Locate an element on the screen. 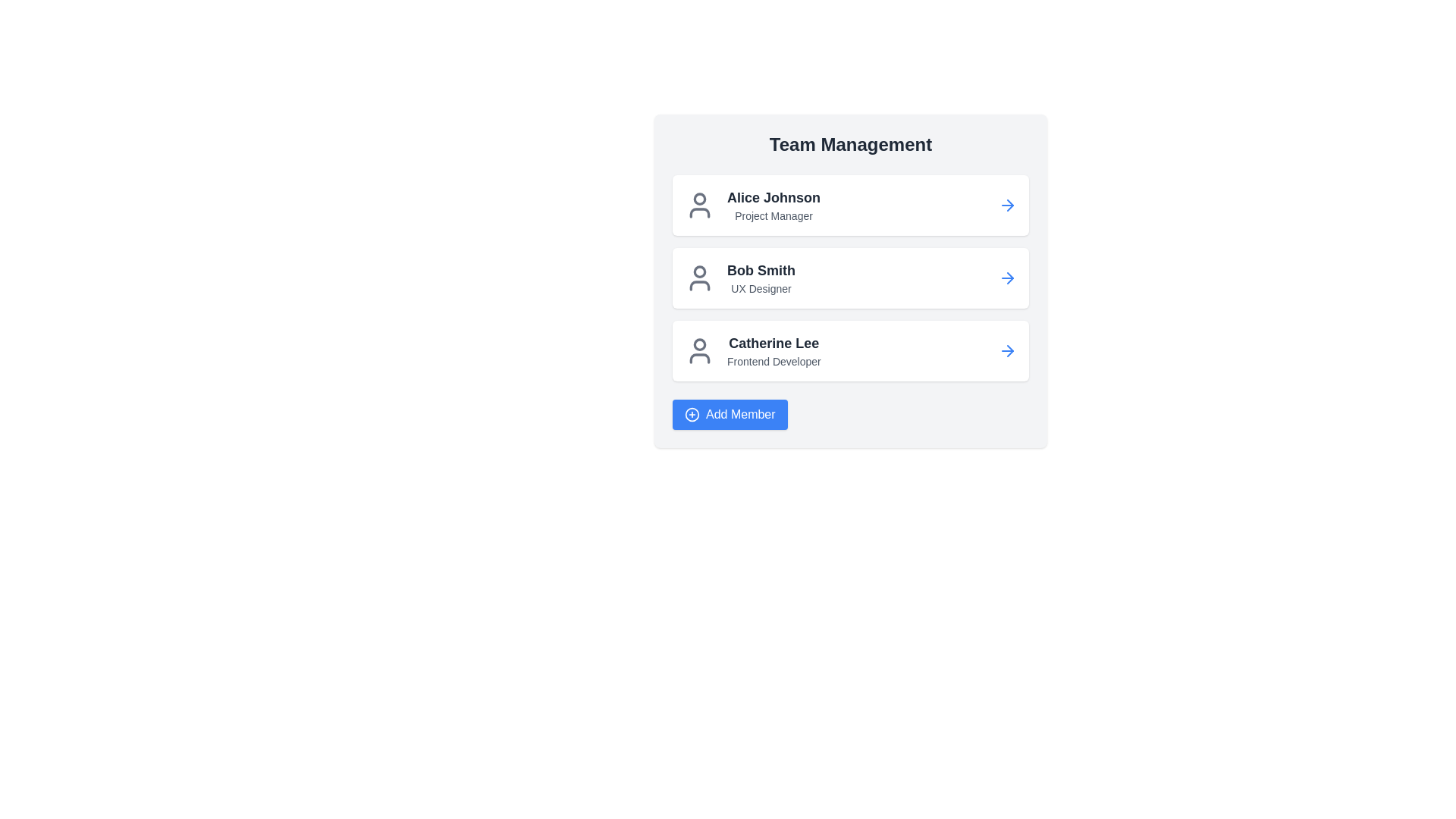 Image resolution: width=1456 pixels, height=819 pixels. the second team member entry in the 'Team Management' section, which contains a name, title, and icons on both sides is located at coordinates (851, 281).